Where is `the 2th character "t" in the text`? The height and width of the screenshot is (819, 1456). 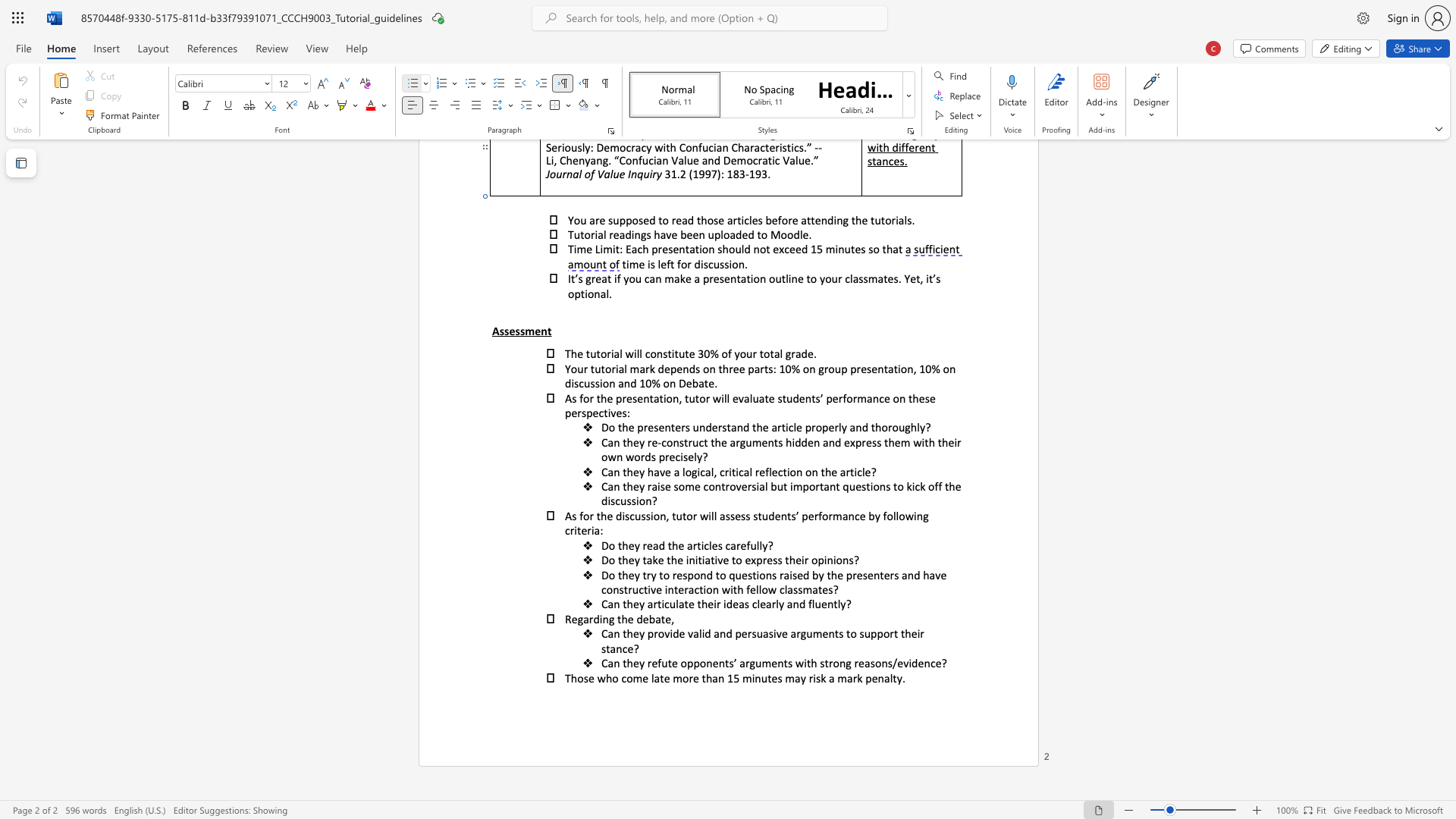 the 2th character "t" in the text is located at coordinates (663, 619).